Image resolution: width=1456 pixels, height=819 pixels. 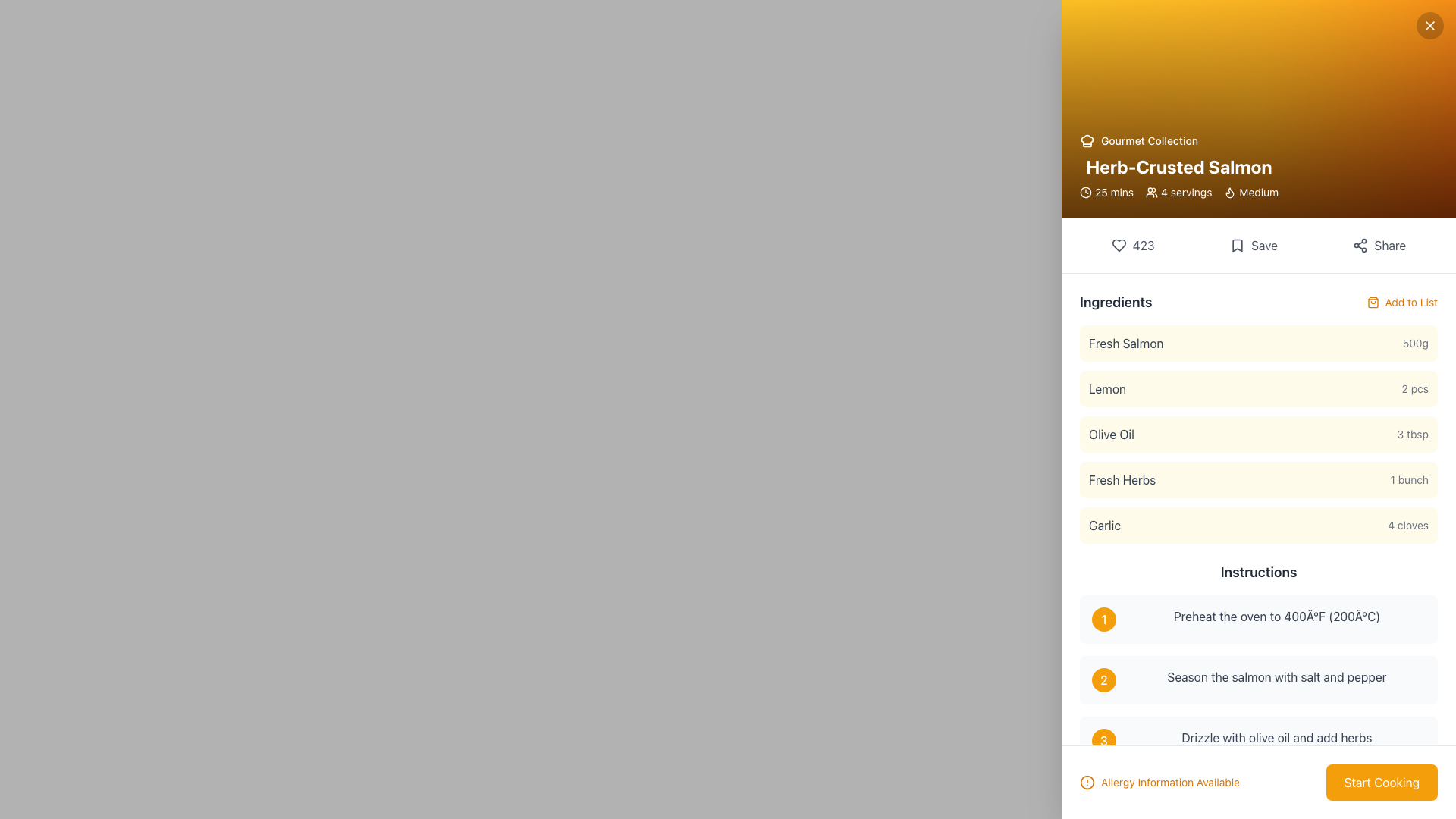 I want to click on the bookmark icon located at the top-right section of the interface, which is situated between a heart-shaped icon and a share icon, so click(x=1238, y=245).